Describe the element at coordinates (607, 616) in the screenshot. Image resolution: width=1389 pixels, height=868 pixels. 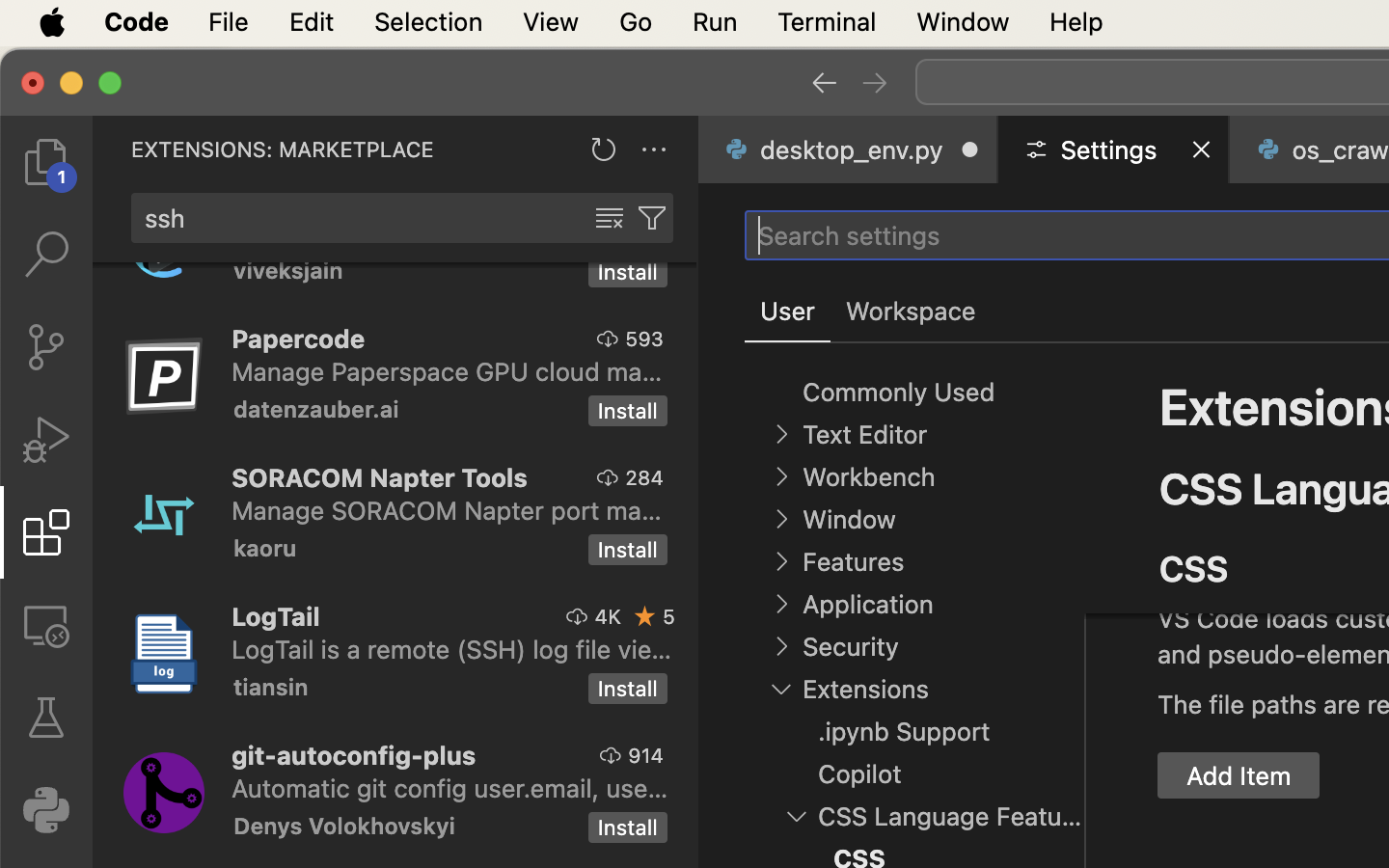
I see `'4K'` at that location.